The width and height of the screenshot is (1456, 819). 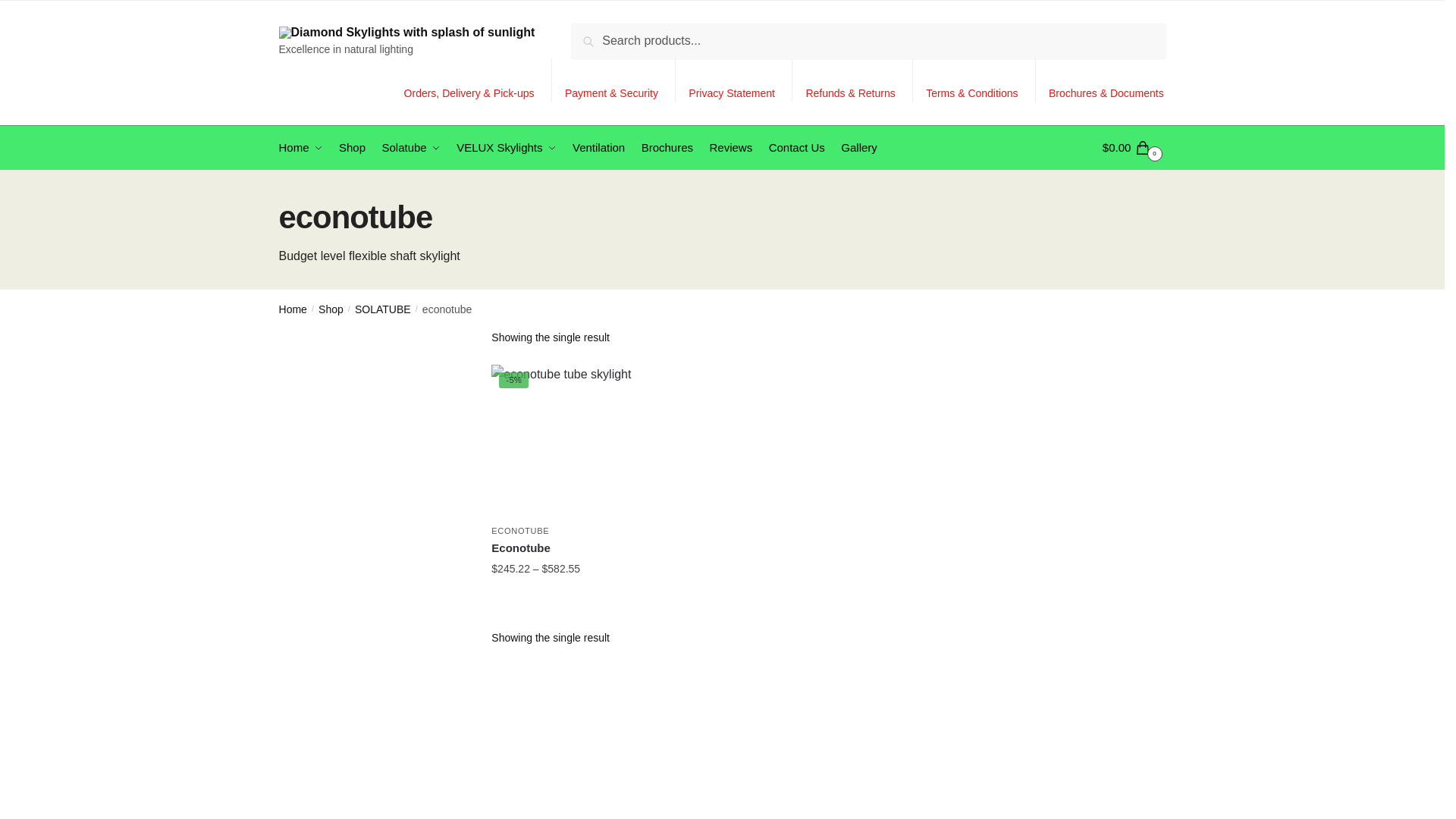 What do you see at coordinates (353, 309) in the screenshot?
I see `'SOLATUBE'` at bounding box center [353, 309].